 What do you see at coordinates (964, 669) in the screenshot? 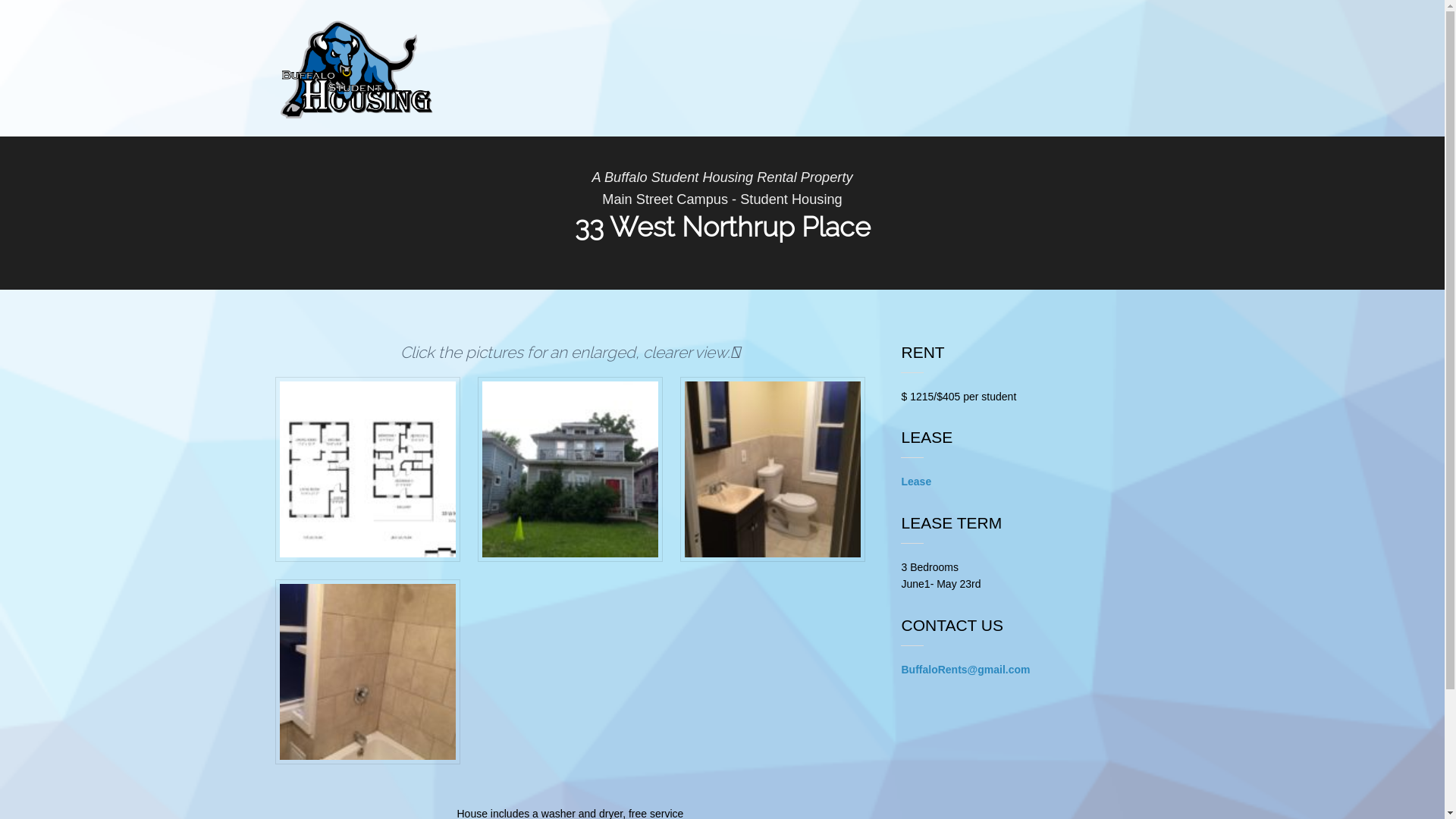
I see `'BuffaloRents@gmail.com'` at bounding box center [964, 669].